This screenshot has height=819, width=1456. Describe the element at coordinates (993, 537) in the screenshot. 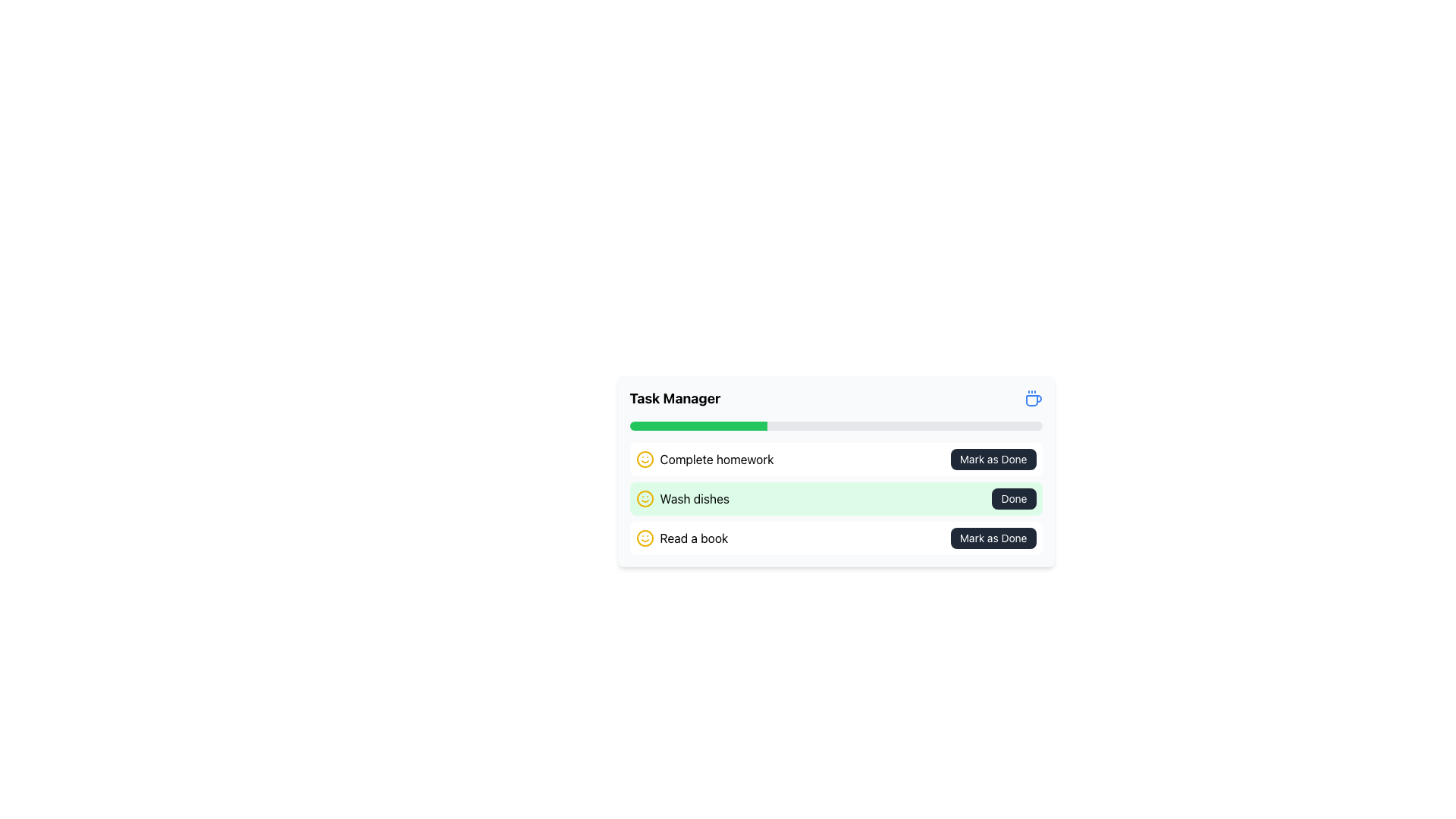

I see `the 'Mark as Done' button with a dark gray background and white text located in the third row of task entries labeled 'Read a book' to change its background color` at that location.